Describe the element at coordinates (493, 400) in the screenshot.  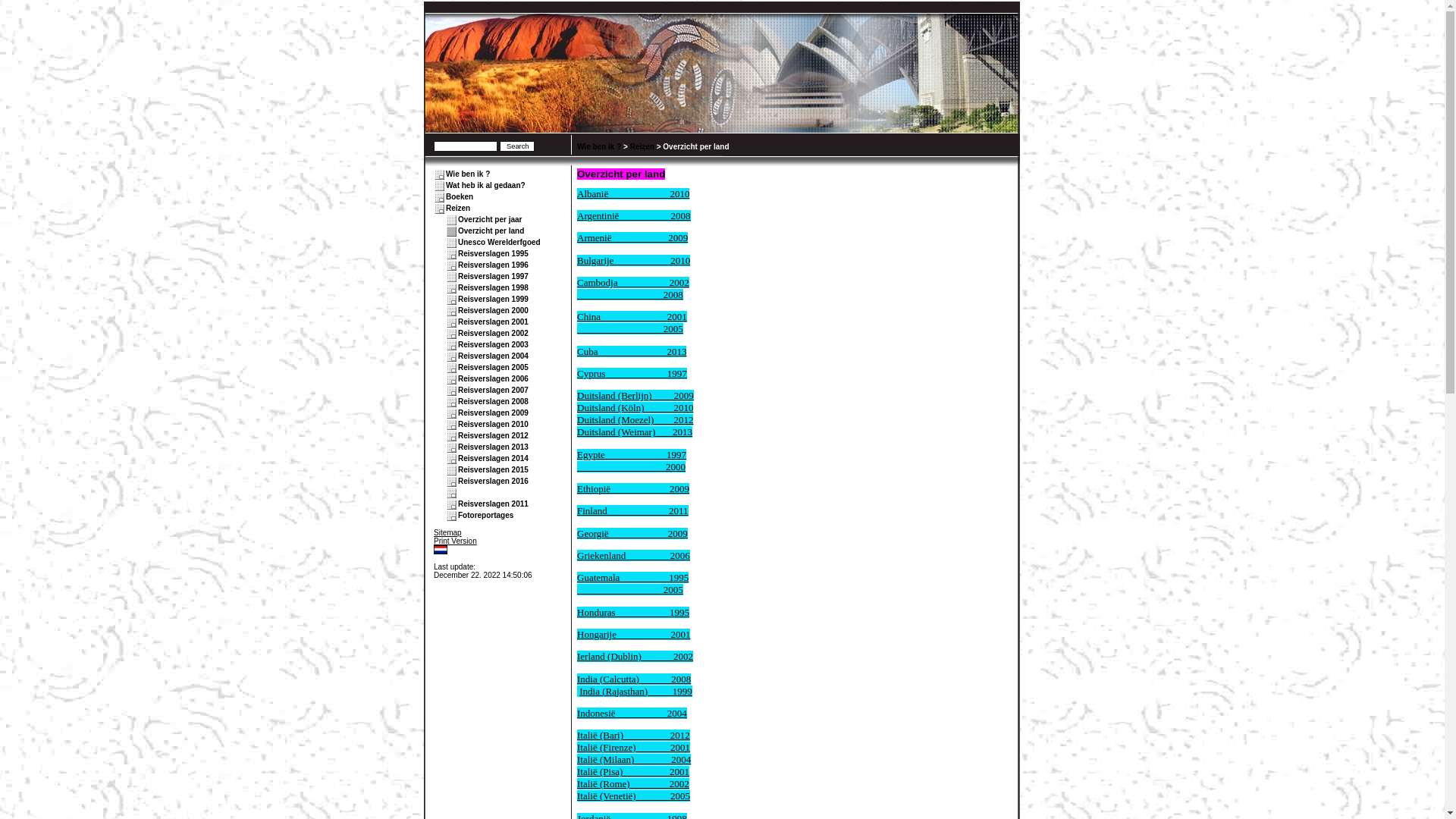
I see `'Reisverslagen 2008'` at that location.